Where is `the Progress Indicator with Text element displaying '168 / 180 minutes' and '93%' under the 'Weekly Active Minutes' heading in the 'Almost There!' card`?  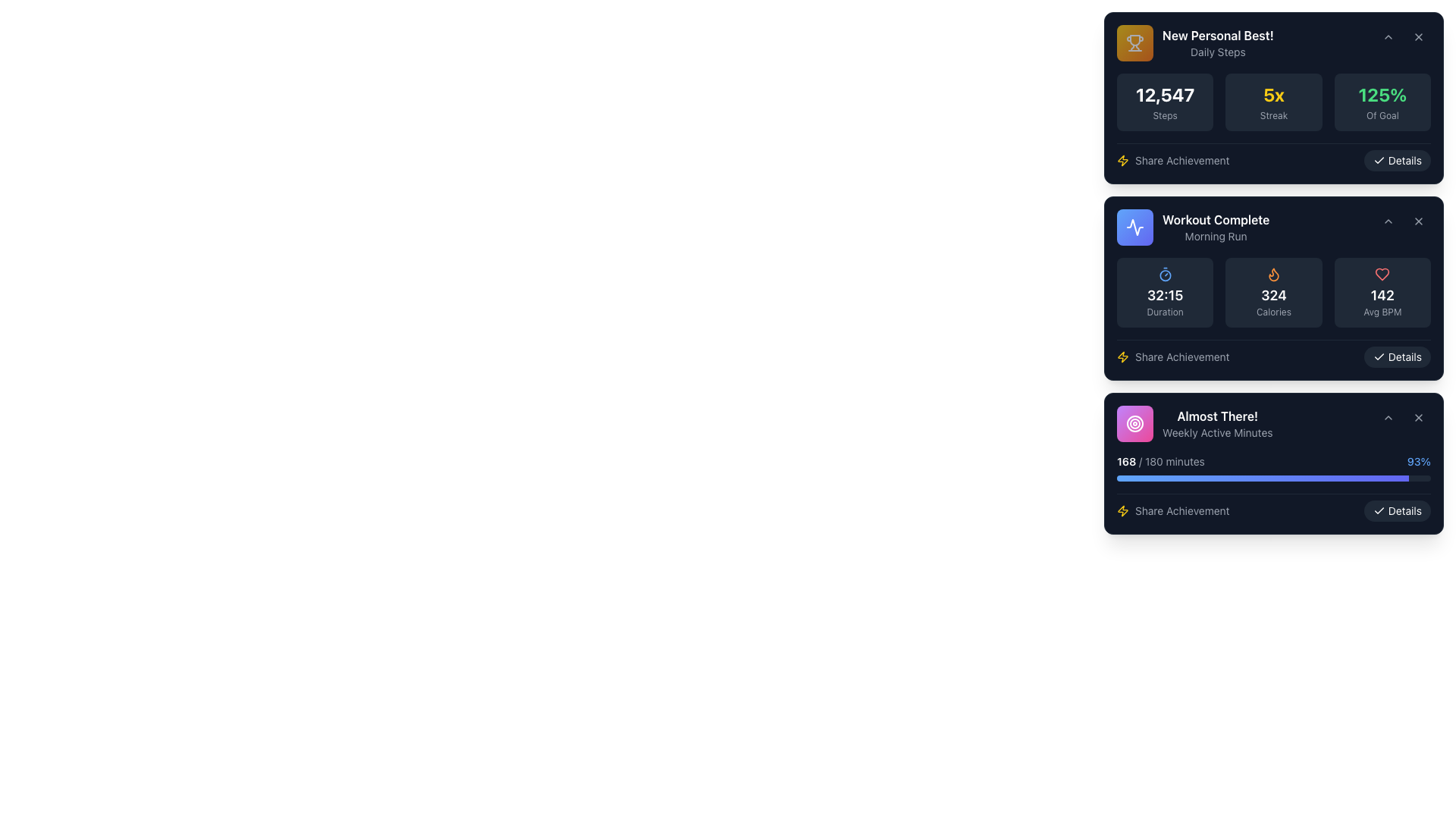
the Progress Indicator with Text element displaying '168 / 180 minutes' and '93%' under the 'Weekly Active Minutes' heading in the 'Almost There!' card is located at coordinates (1274, 467).